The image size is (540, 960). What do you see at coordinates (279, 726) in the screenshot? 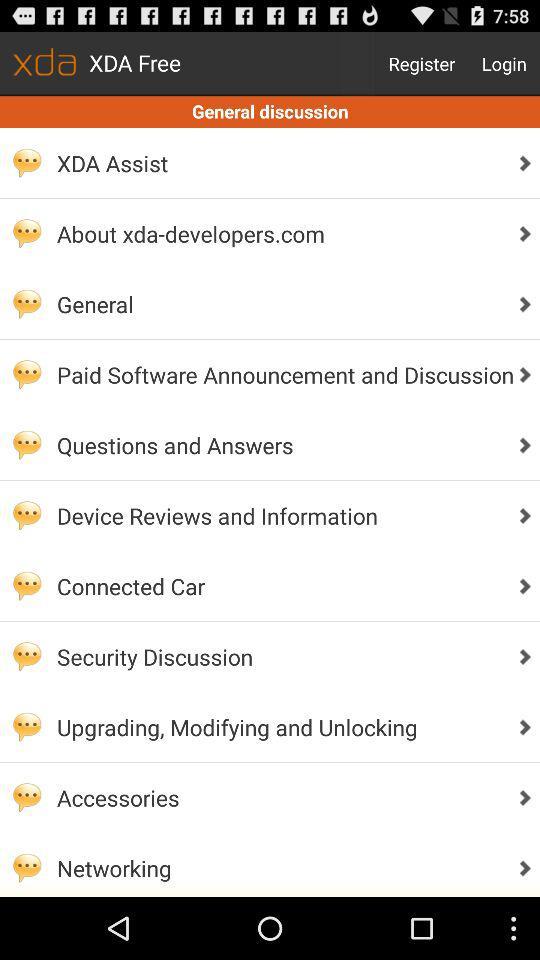
I see `upgrading modifying and app` at bounding box center [279, 726].